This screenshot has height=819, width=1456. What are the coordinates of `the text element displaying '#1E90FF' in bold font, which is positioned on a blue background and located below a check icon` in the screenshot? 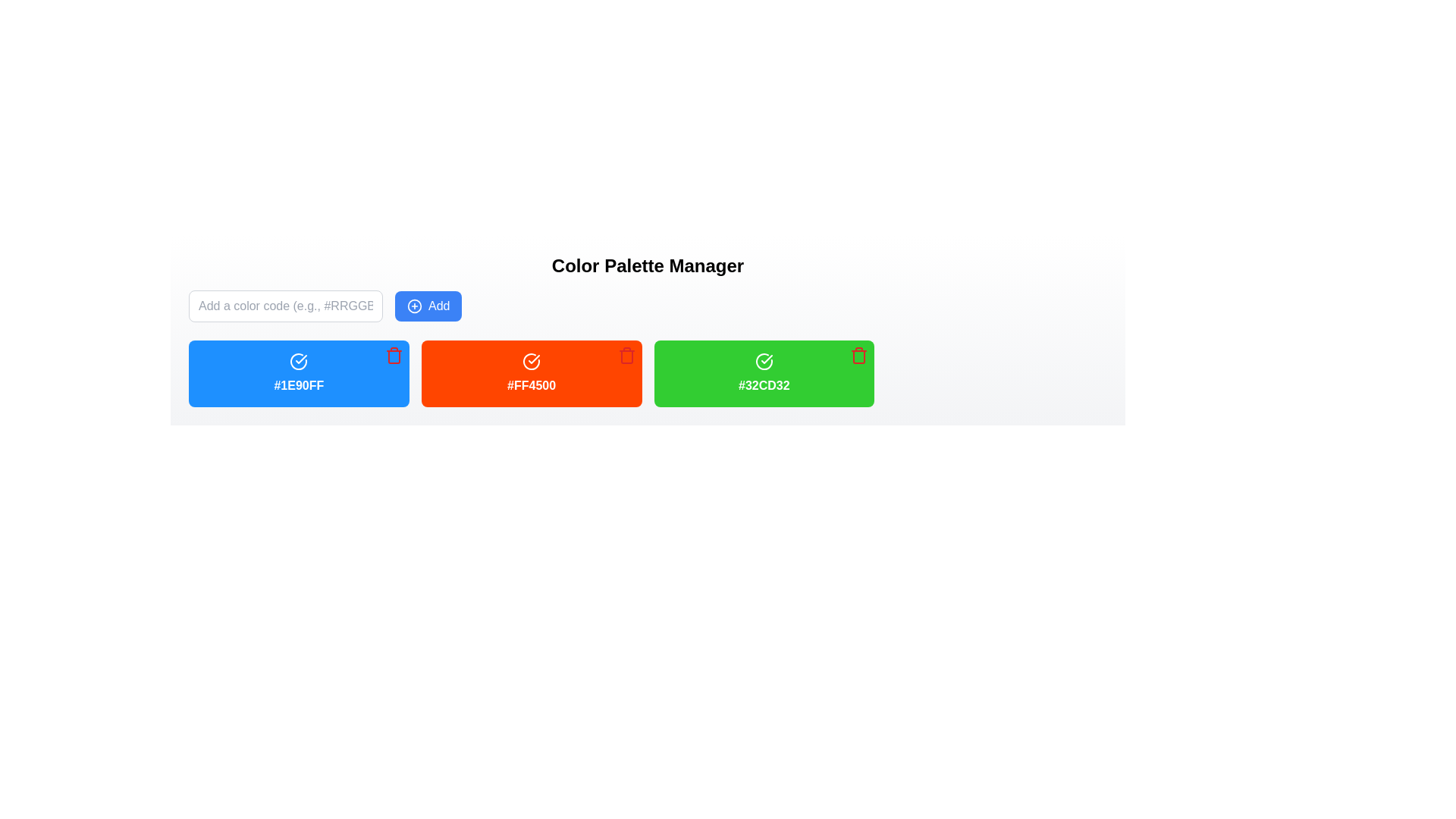 It's located at (299, 385).